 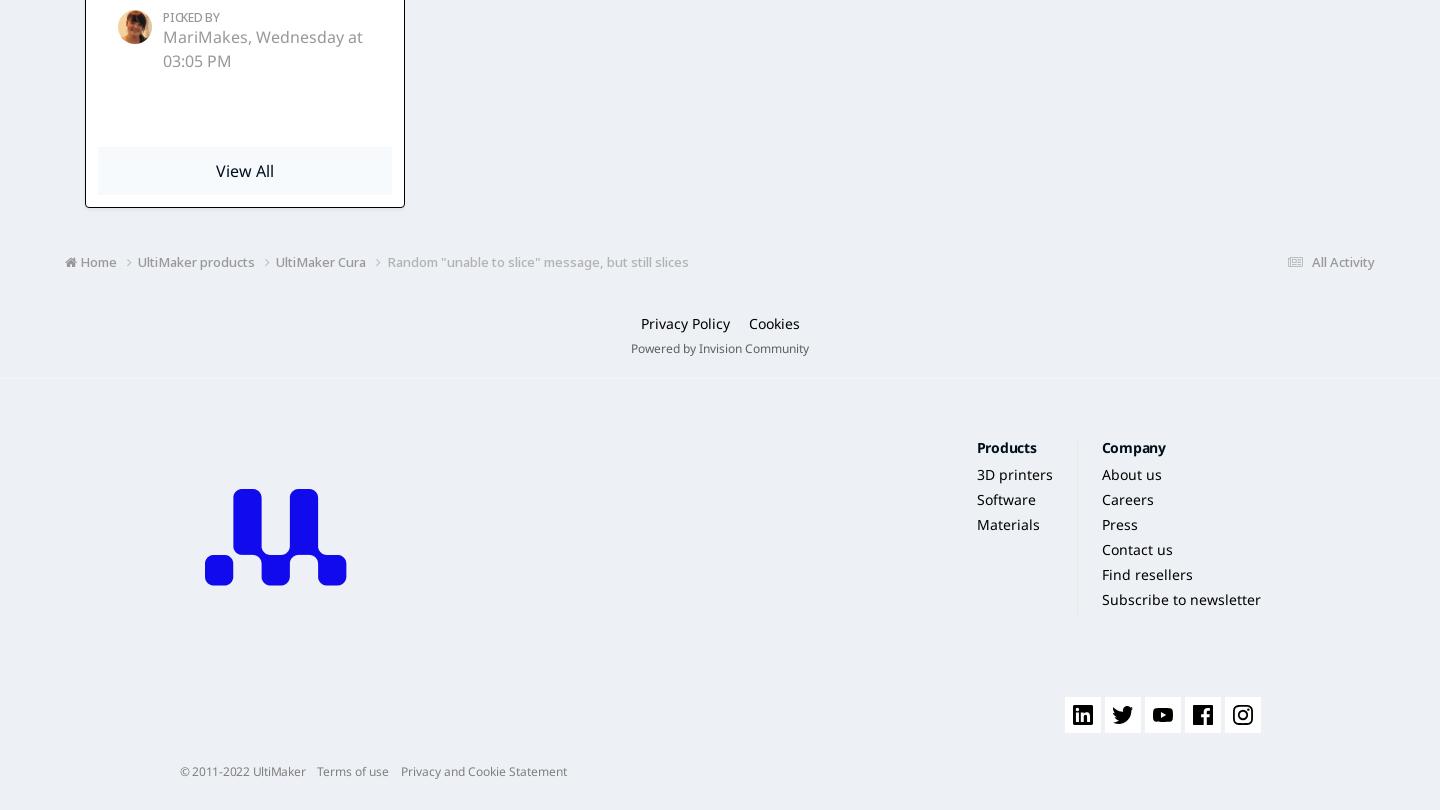 What do you see at coordinates (1004, 499) in the screenshot?
I see `'Software'` at bounding box center [1004, 499].